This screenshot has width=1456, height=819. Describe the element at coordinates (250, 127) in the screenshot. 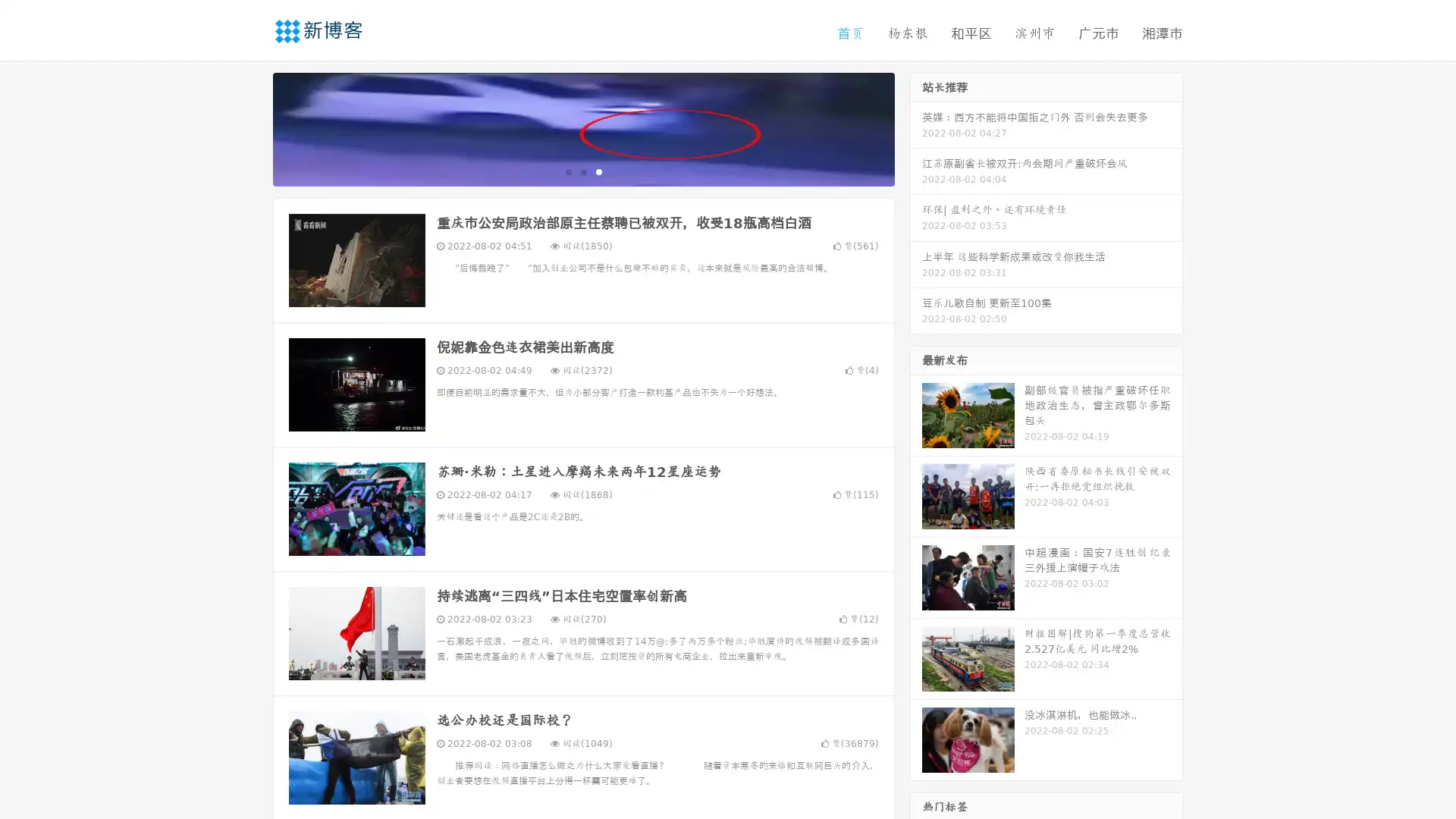

I see `Previous slide` at that location.